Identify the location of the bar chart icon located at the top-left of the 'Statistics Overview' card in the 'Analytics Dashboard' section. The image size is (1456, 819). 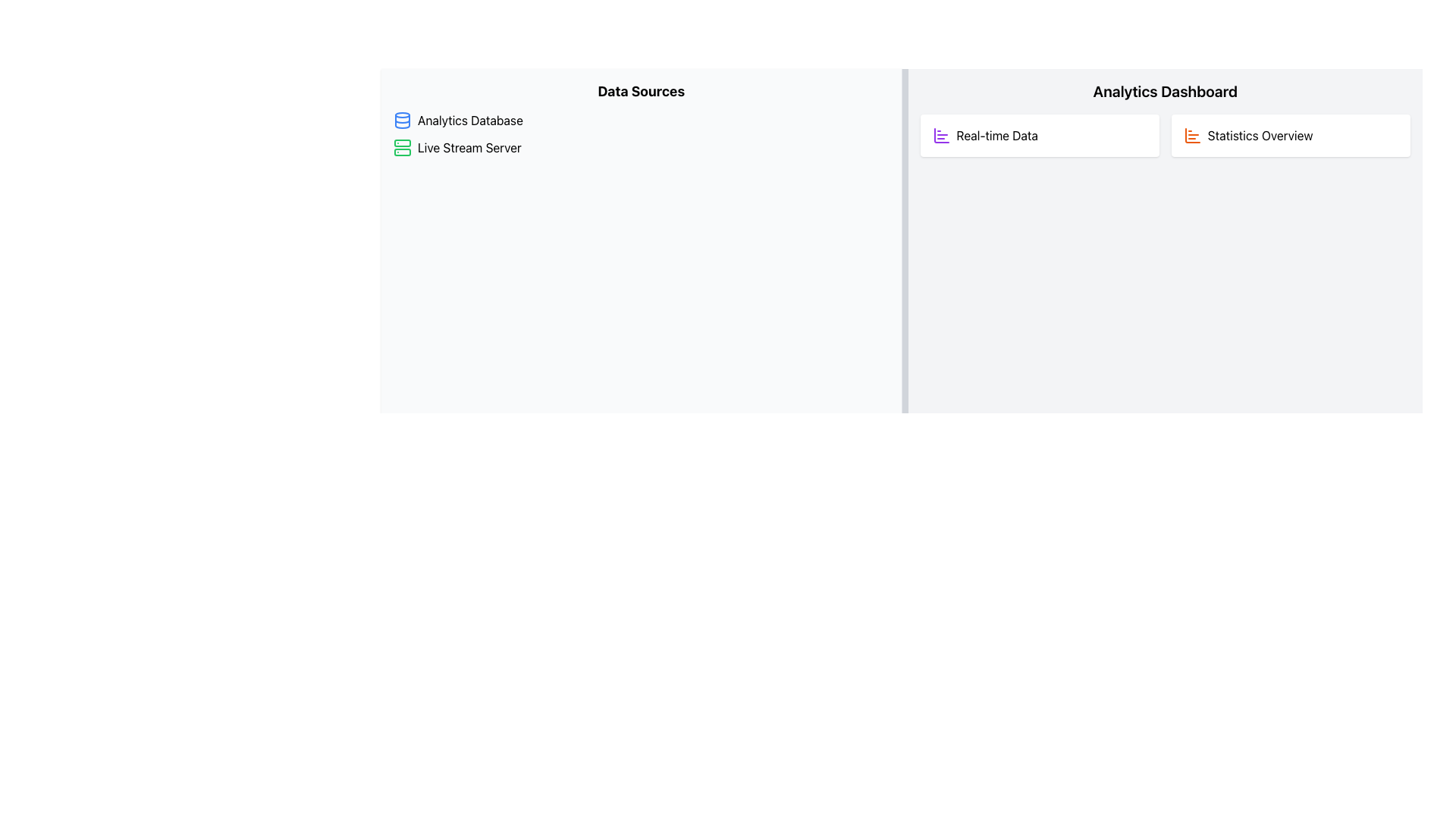
(1191, 134).